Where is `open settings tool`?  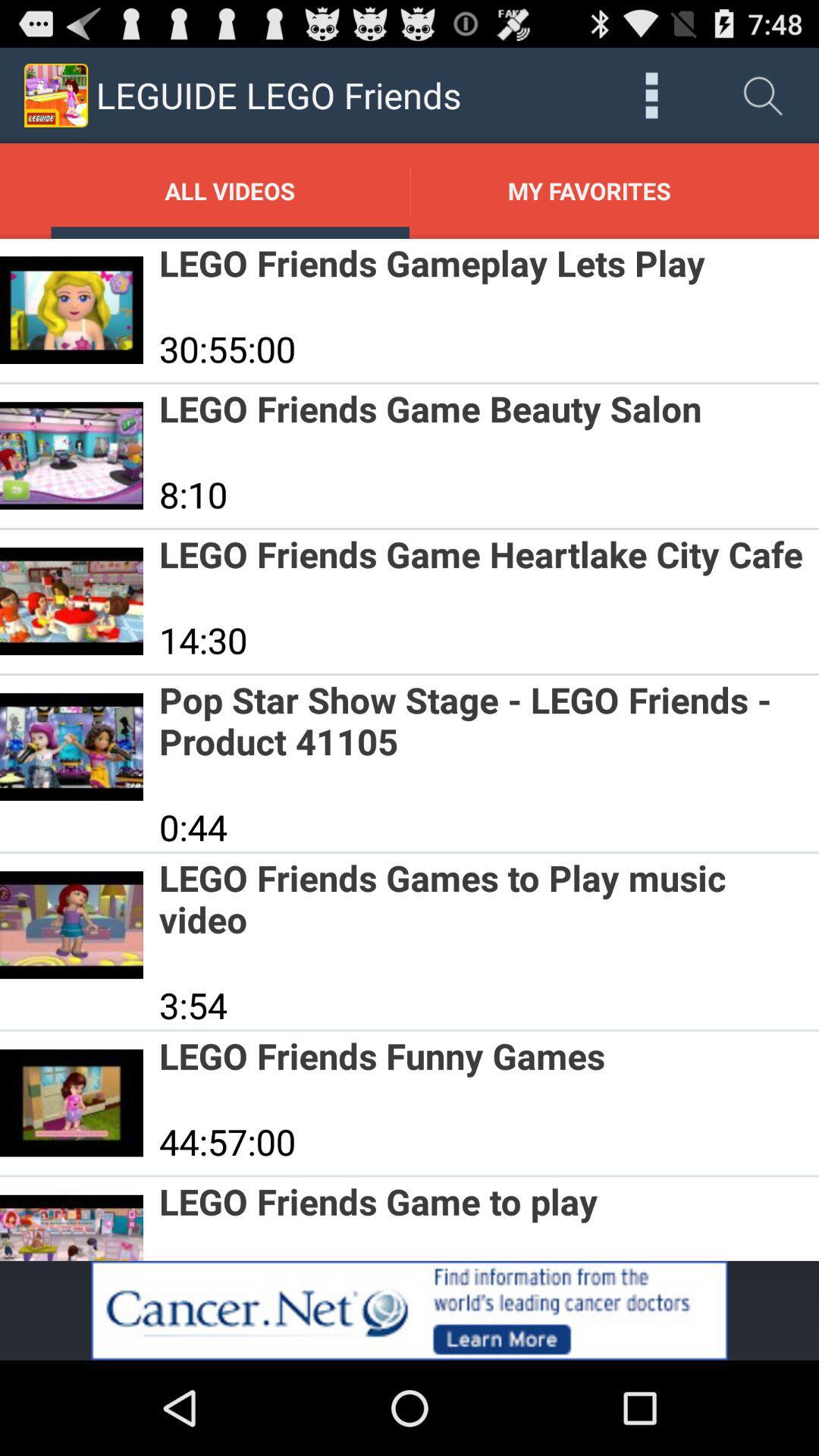 open settings tool is located at coordinates (651, 94).